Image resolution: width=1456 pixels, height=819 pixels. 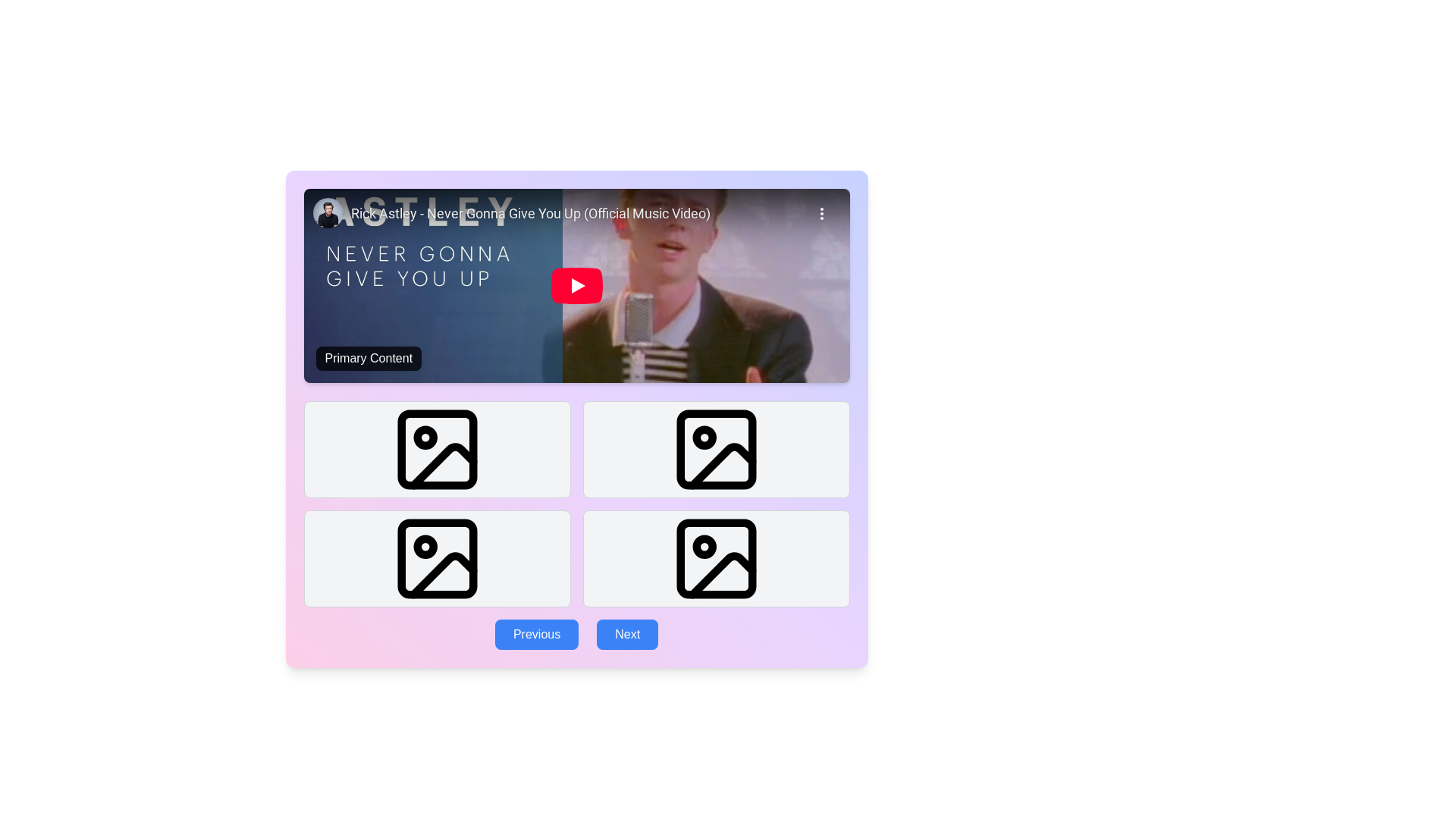 What do you see at coordinates (436, 558) in the screenshot?
I see `the image placeholder located at the bottom left corner of a grid layout, which is the third element in a two-row, two-column arrangement` at bounding box center [436, 558].